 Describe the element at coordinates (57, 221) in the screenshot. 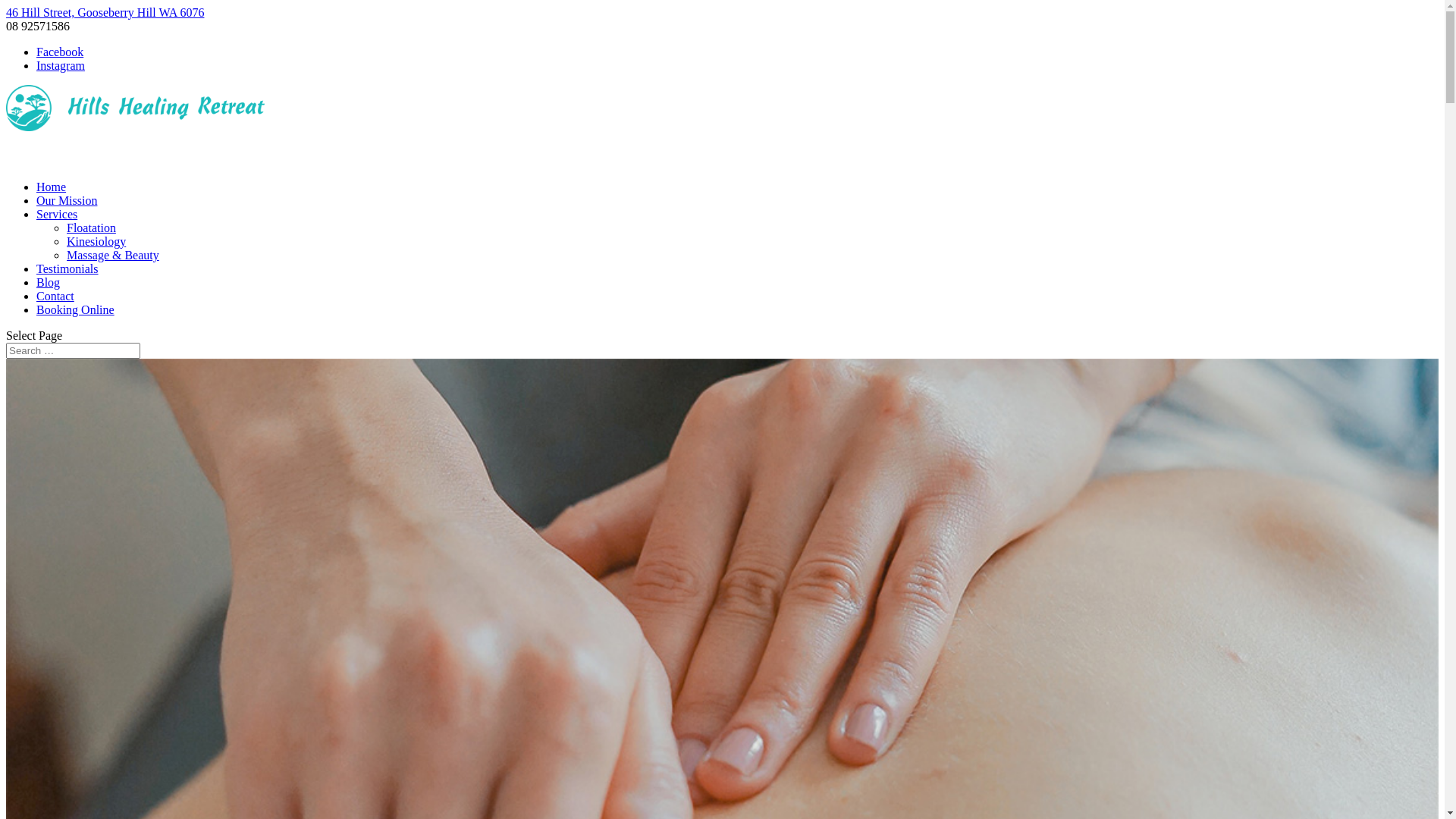

I see `'Services'` at that location.